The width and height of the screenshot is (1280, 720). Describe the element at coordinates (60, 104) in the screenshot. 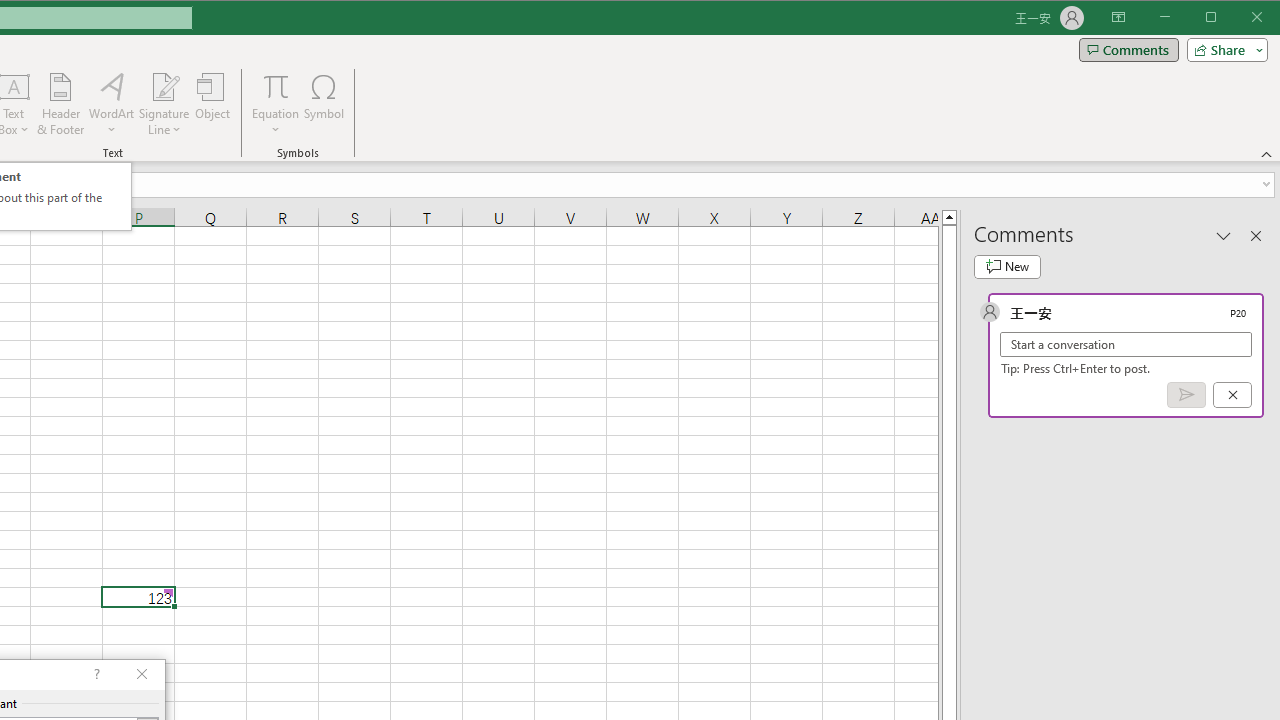

I see `'Header & Footer...'` at that location.